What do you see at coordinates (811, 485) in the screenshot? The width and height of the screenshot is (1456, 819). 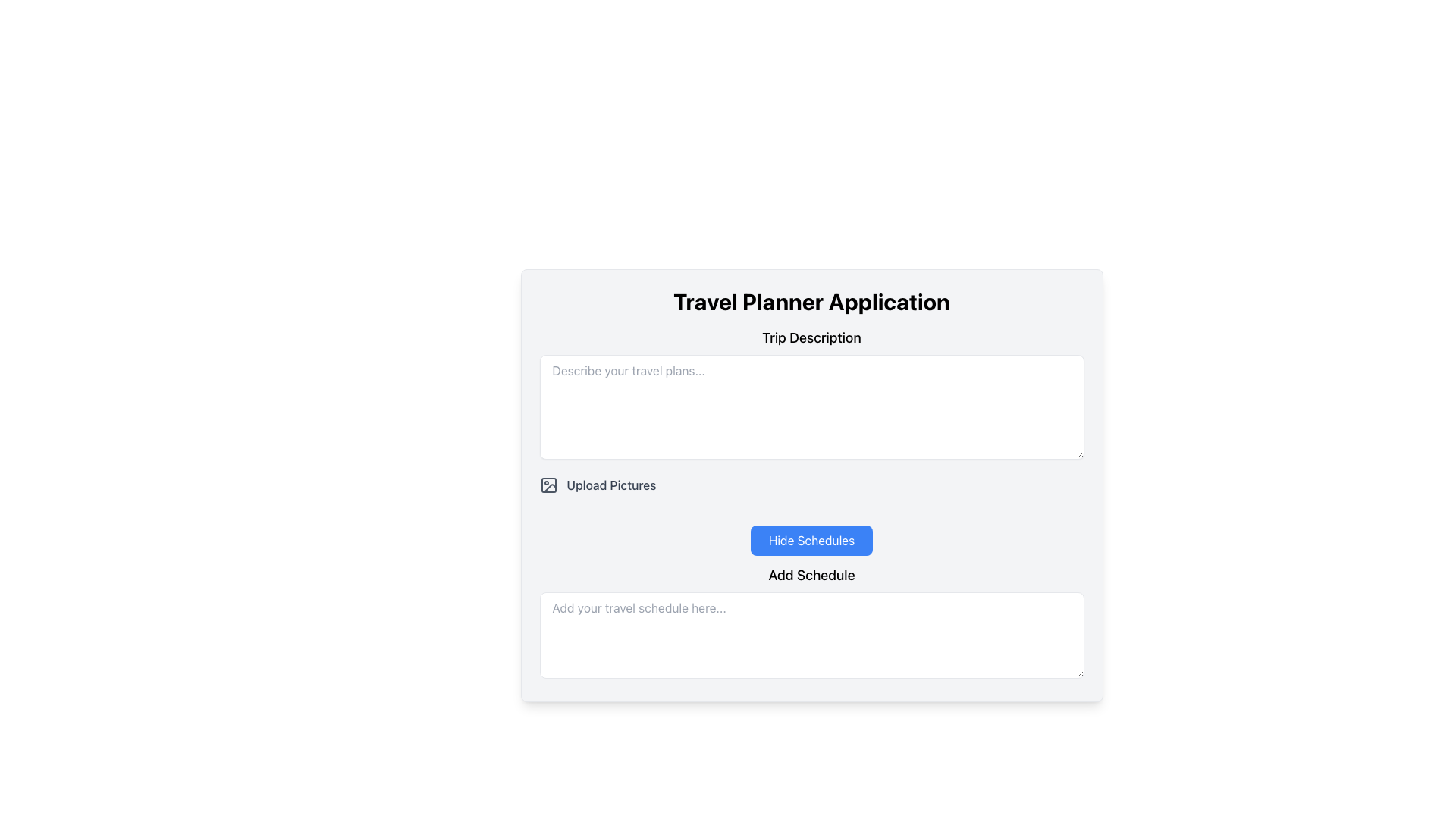 I see `the central button for uploading pictures located immediately below the 'Trip Description' input field to initiate the image upload process` at bounding box center [811, 485].